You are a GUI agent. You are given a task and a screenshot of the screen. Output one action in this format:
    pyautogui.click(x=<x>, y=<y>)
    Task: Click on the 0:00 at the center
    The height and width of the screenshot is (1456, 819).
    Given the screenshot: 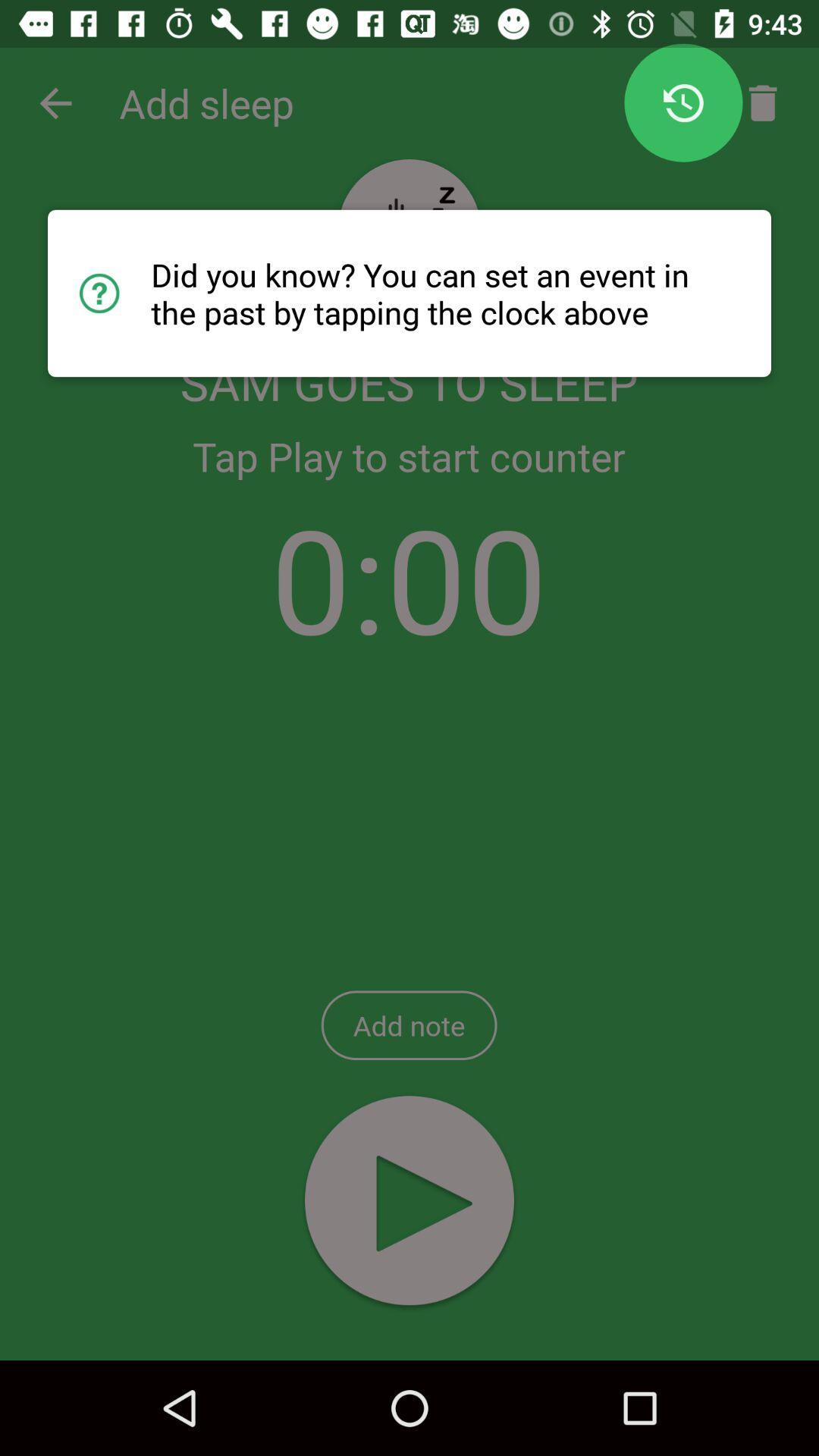 What is the action you would take?
    pyautogui.click(x=408, y=577)
    